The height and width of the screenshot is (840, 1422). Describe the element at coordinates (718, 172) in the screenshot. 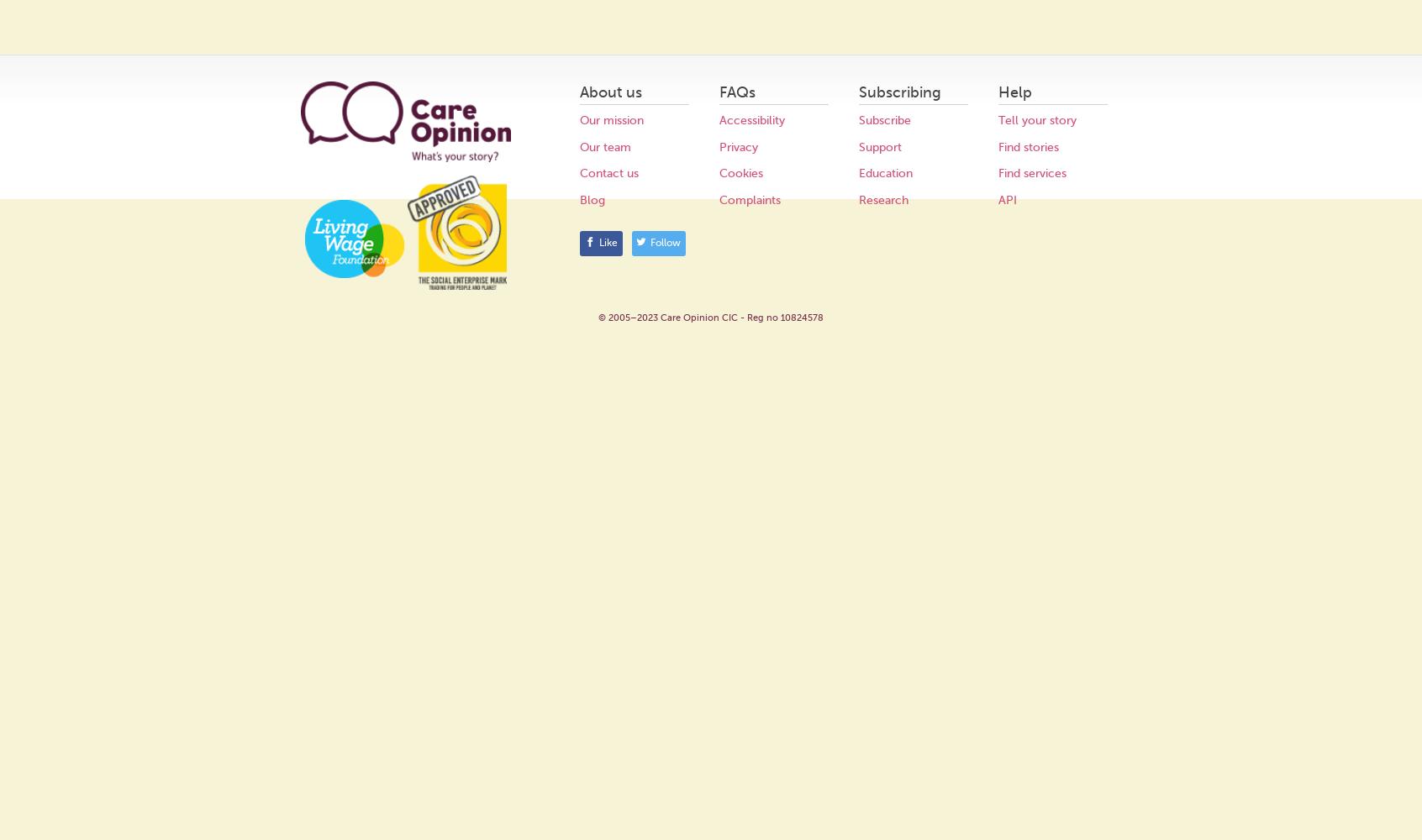

I see `'Cookies'` at that location.